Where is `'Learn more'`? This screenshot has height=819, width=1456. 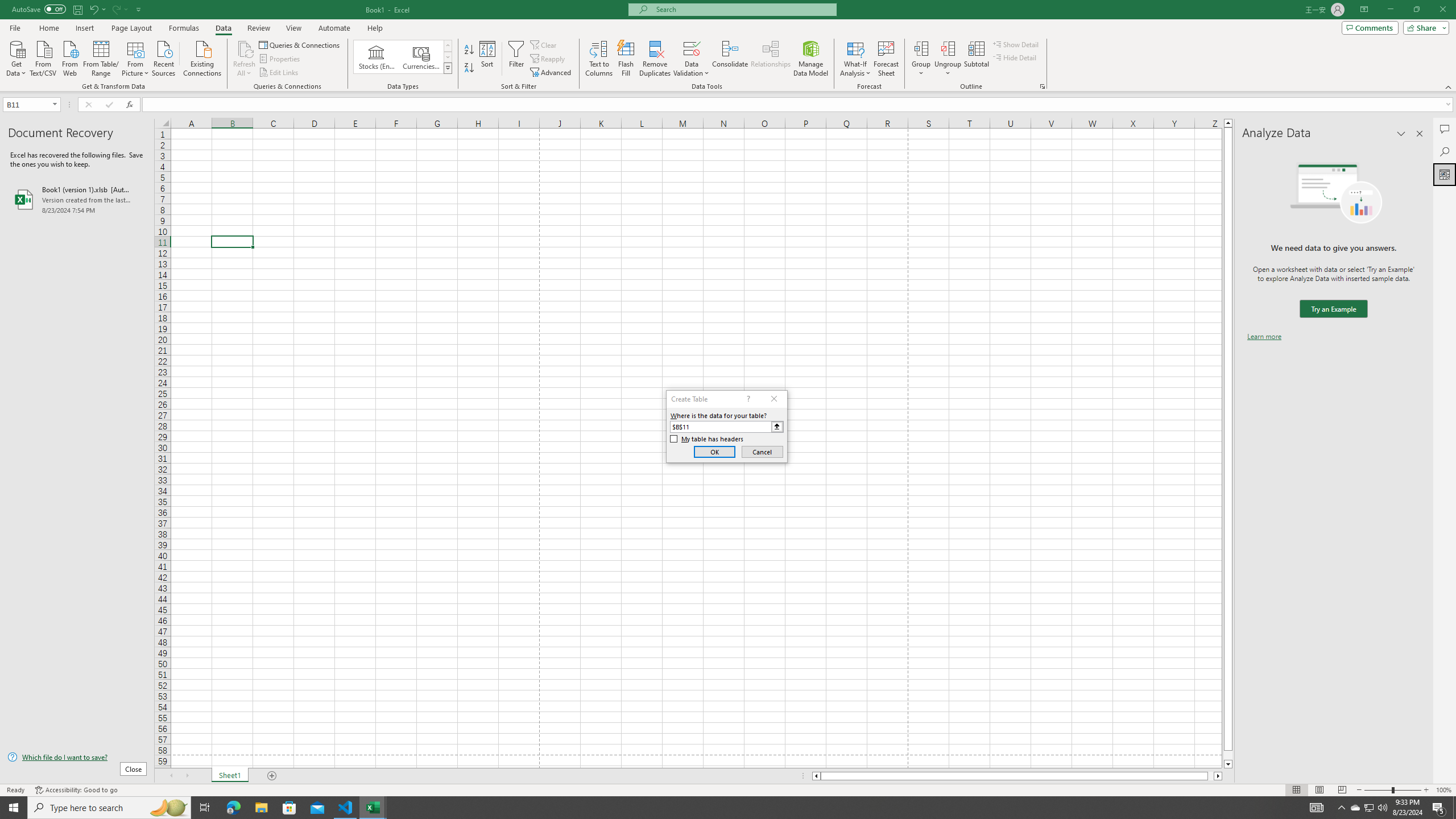 'Learn more' is located at coordinates (1264, 336).